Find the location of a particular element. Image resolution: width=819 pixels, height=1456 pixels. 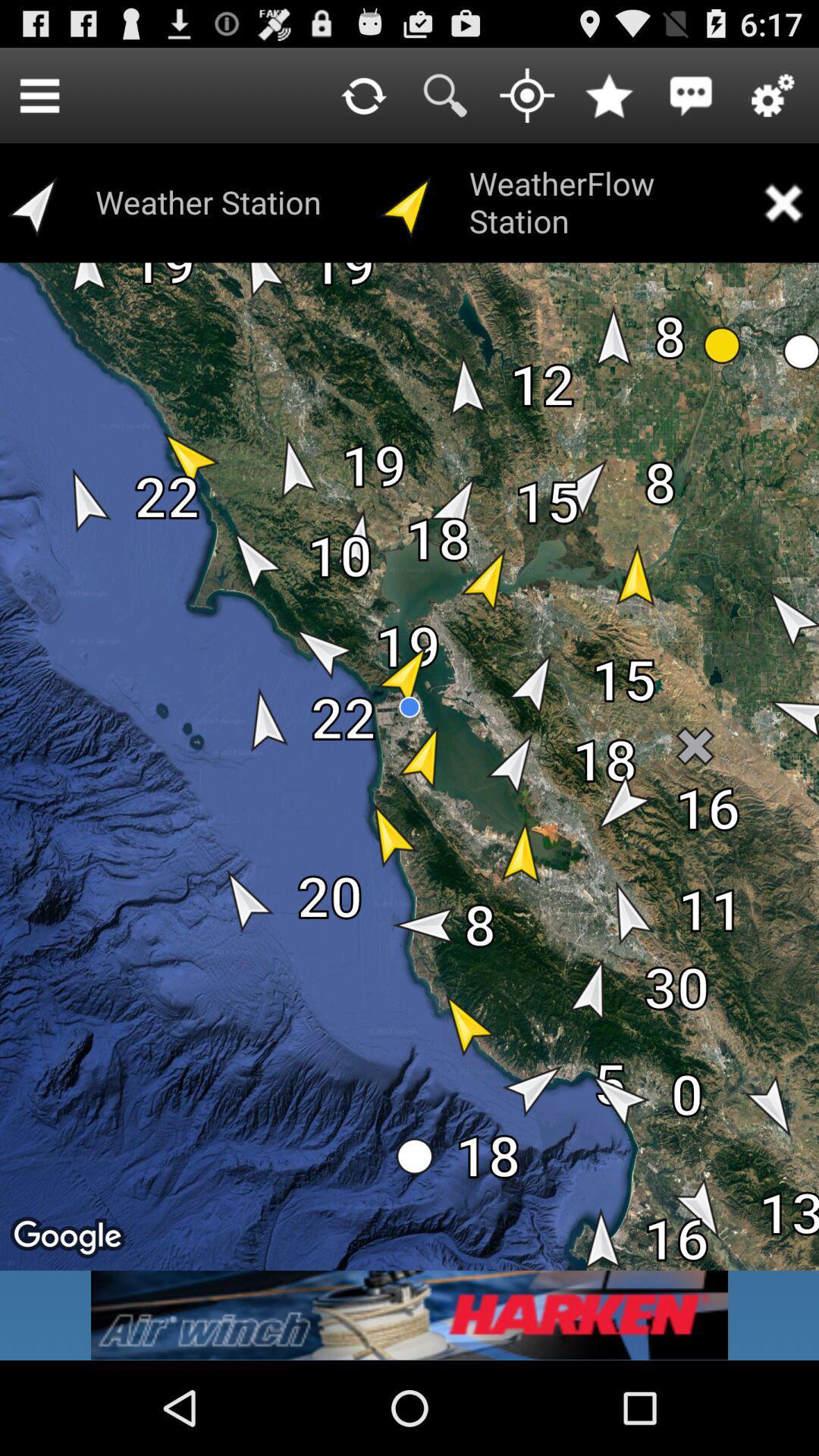

refresh input is located at coordinates (363, 94).